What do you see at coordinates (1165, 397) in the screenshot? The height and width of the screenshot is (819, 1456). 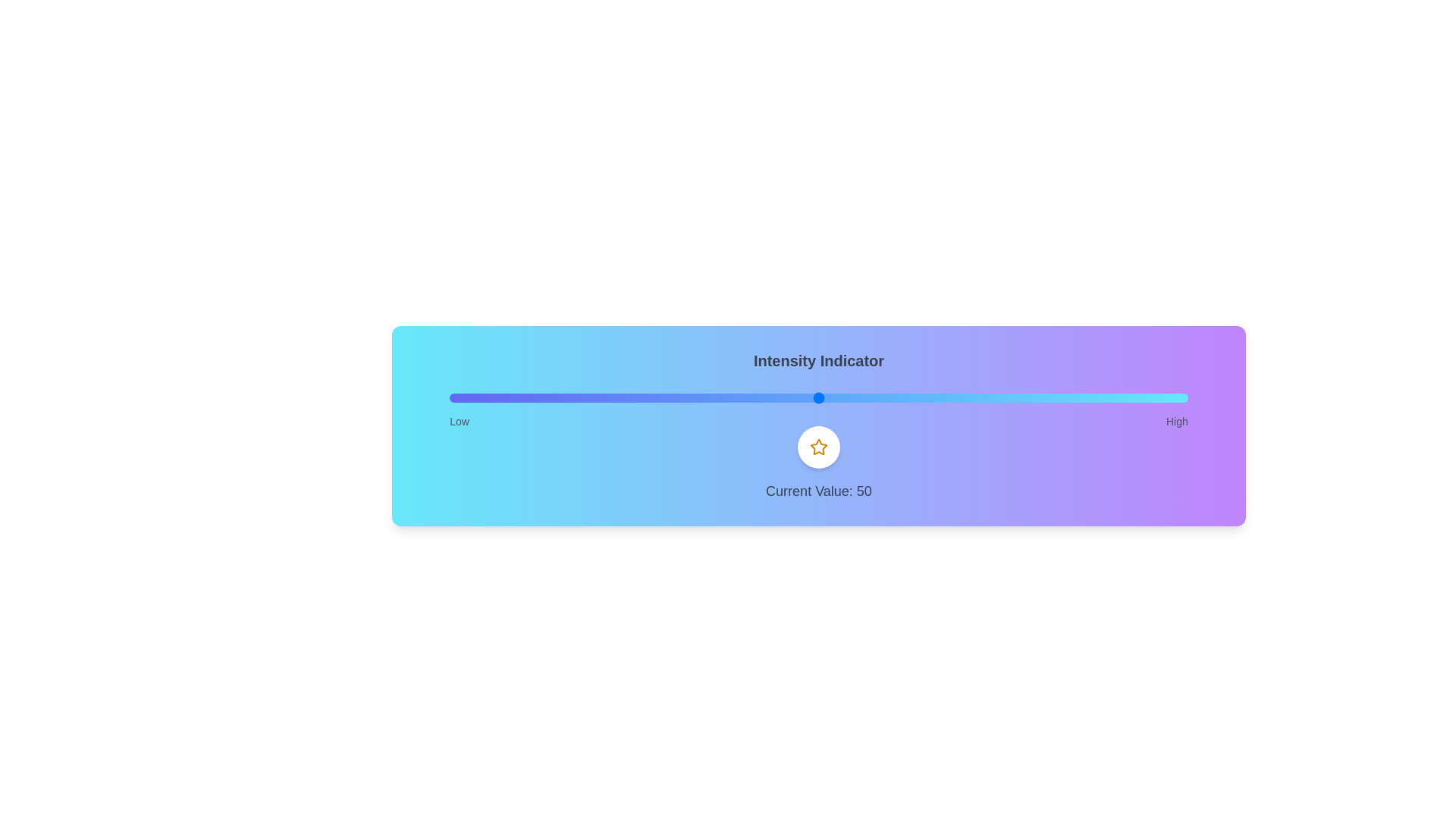 I see `the slider to a specific value, 97, to observe the icon's behavior` at bounding box center [1165, 397].